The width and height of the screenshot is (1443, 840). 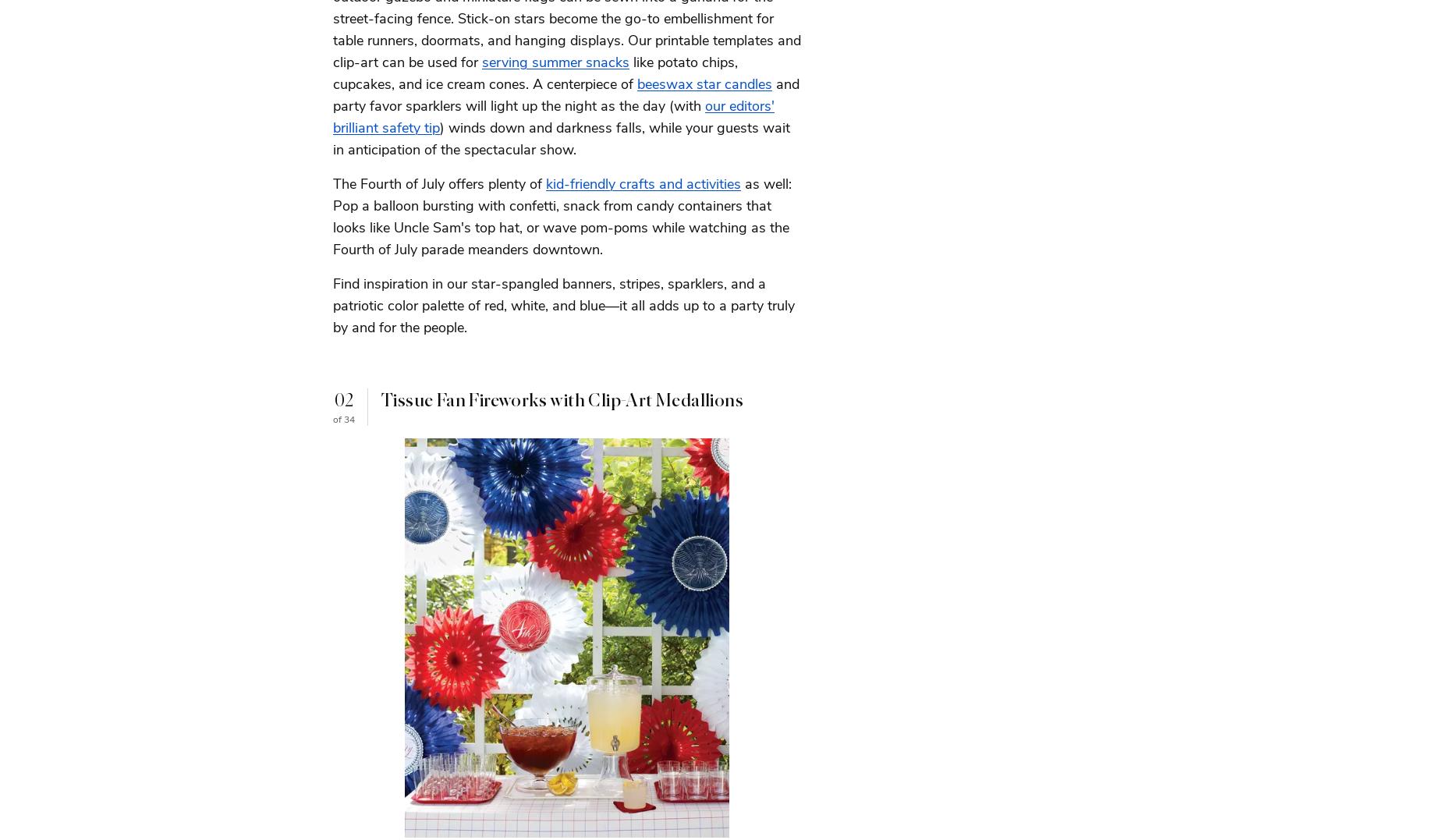 What do you see at coordinates (555, 62) in the screenshot?
I see `'serving summer snacks'` at bounding box center [555, 62].